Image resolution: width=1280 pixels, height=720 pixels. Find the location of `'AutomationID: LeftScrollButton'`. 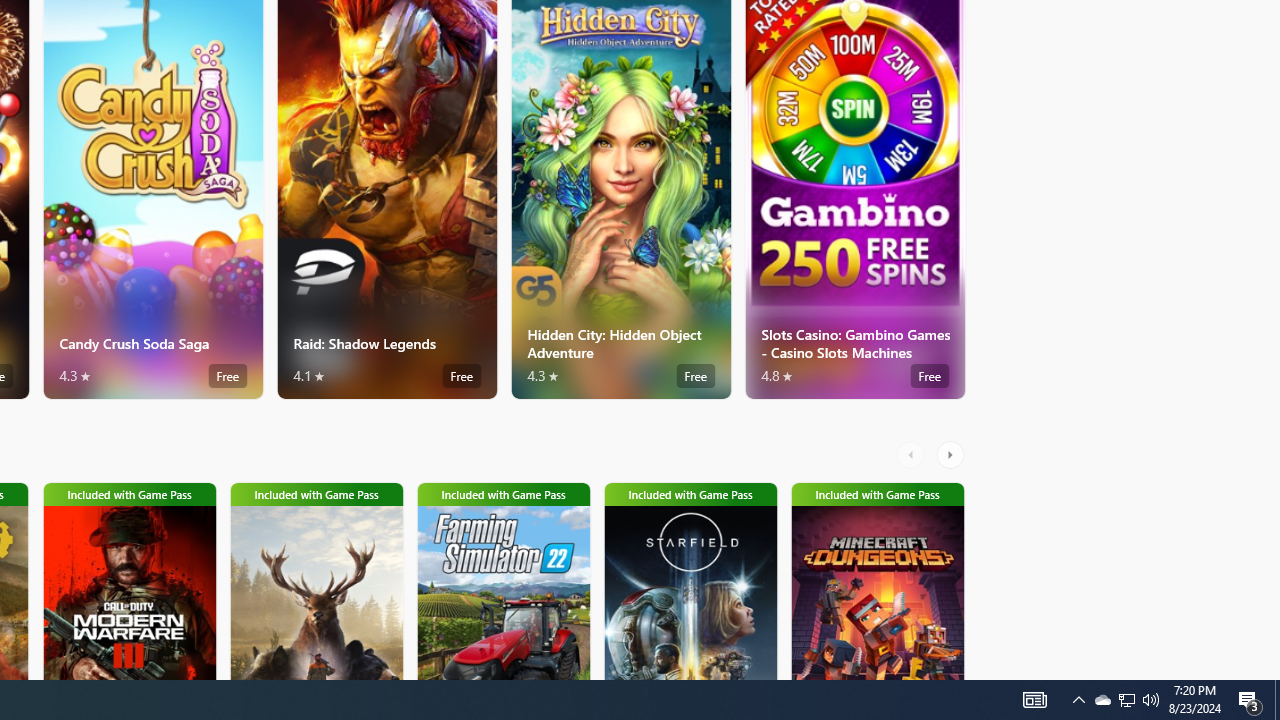

'AutomationID: LeftScrollButton' is located at coordinates (912, 455).